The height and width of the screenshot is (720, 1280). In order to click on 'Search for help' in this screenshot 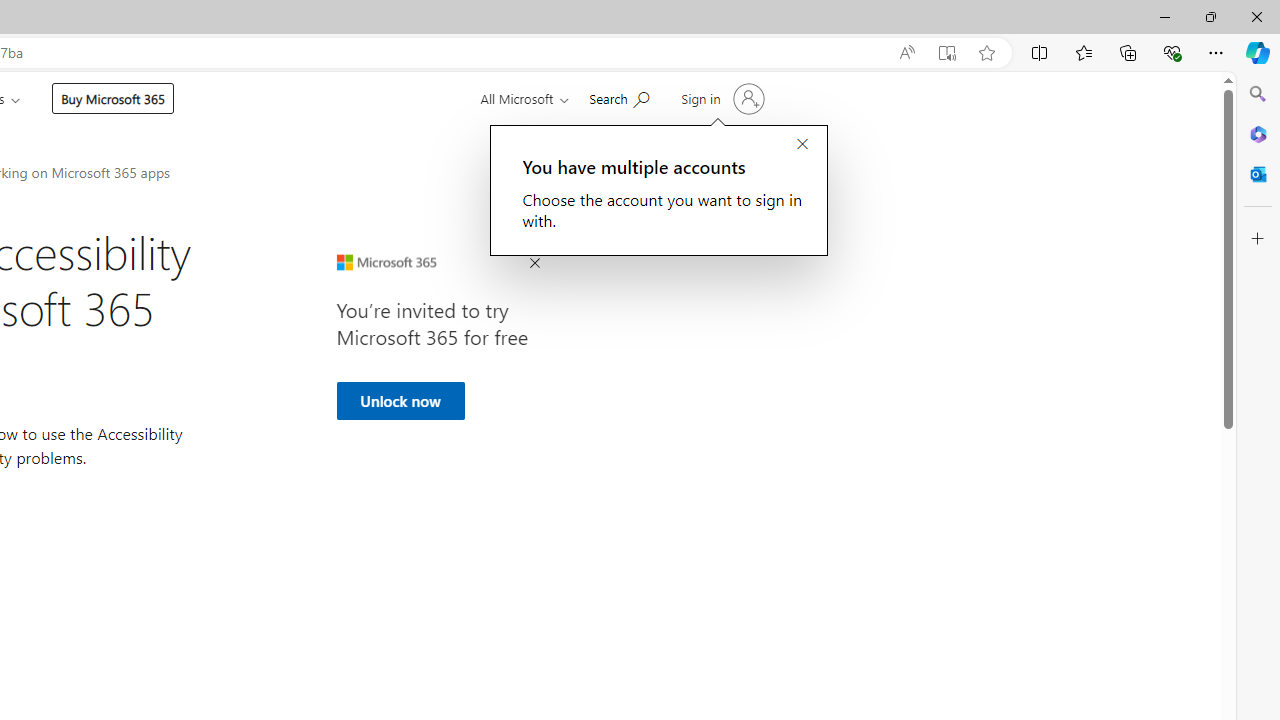, I will do `click(618, 97)`.